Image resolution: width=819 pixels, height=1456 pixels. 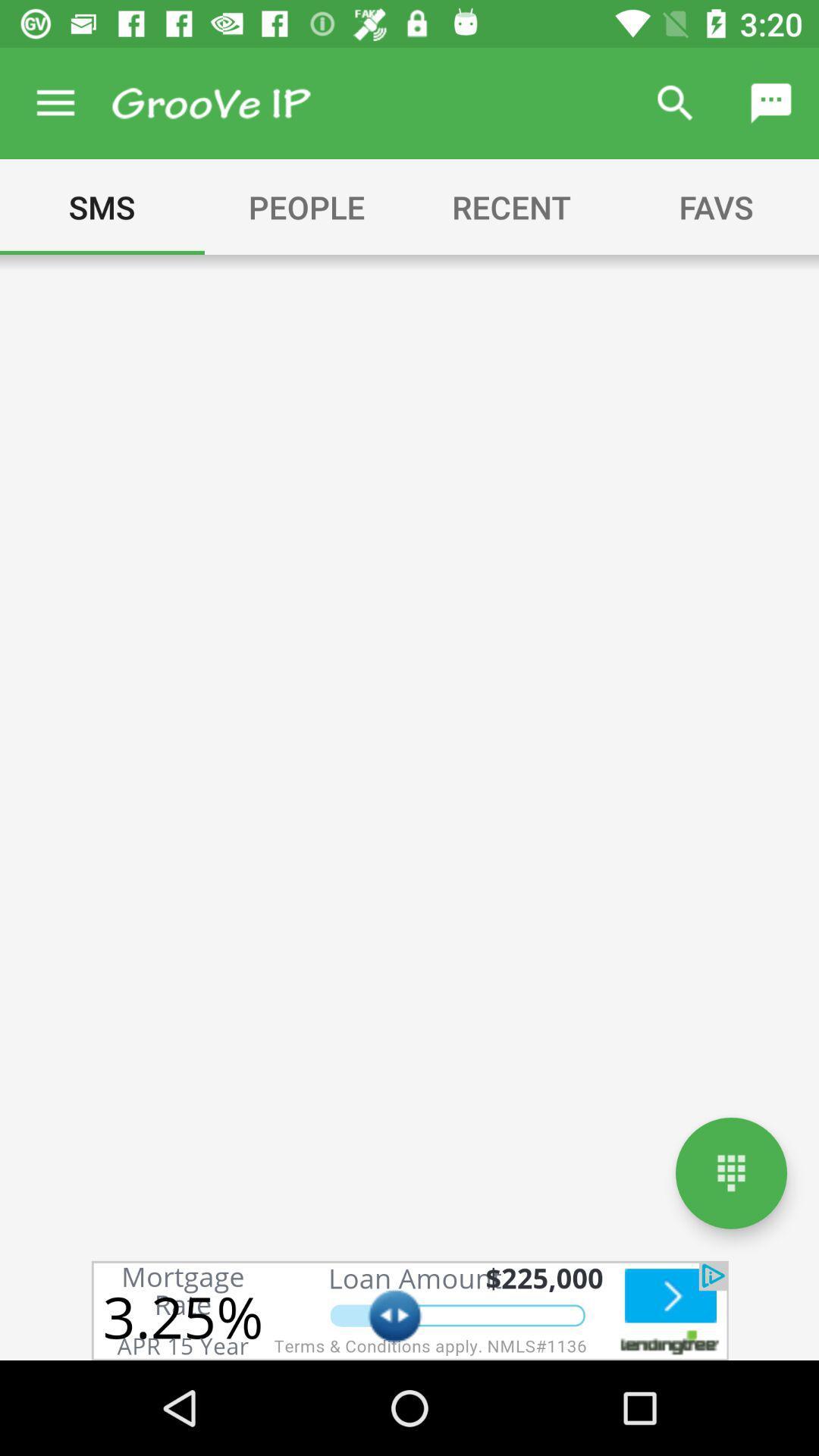 What do you see at coordinates (409, 1310) in the screenshot?
I see `advertisement` at bounding box center [409, 1310].